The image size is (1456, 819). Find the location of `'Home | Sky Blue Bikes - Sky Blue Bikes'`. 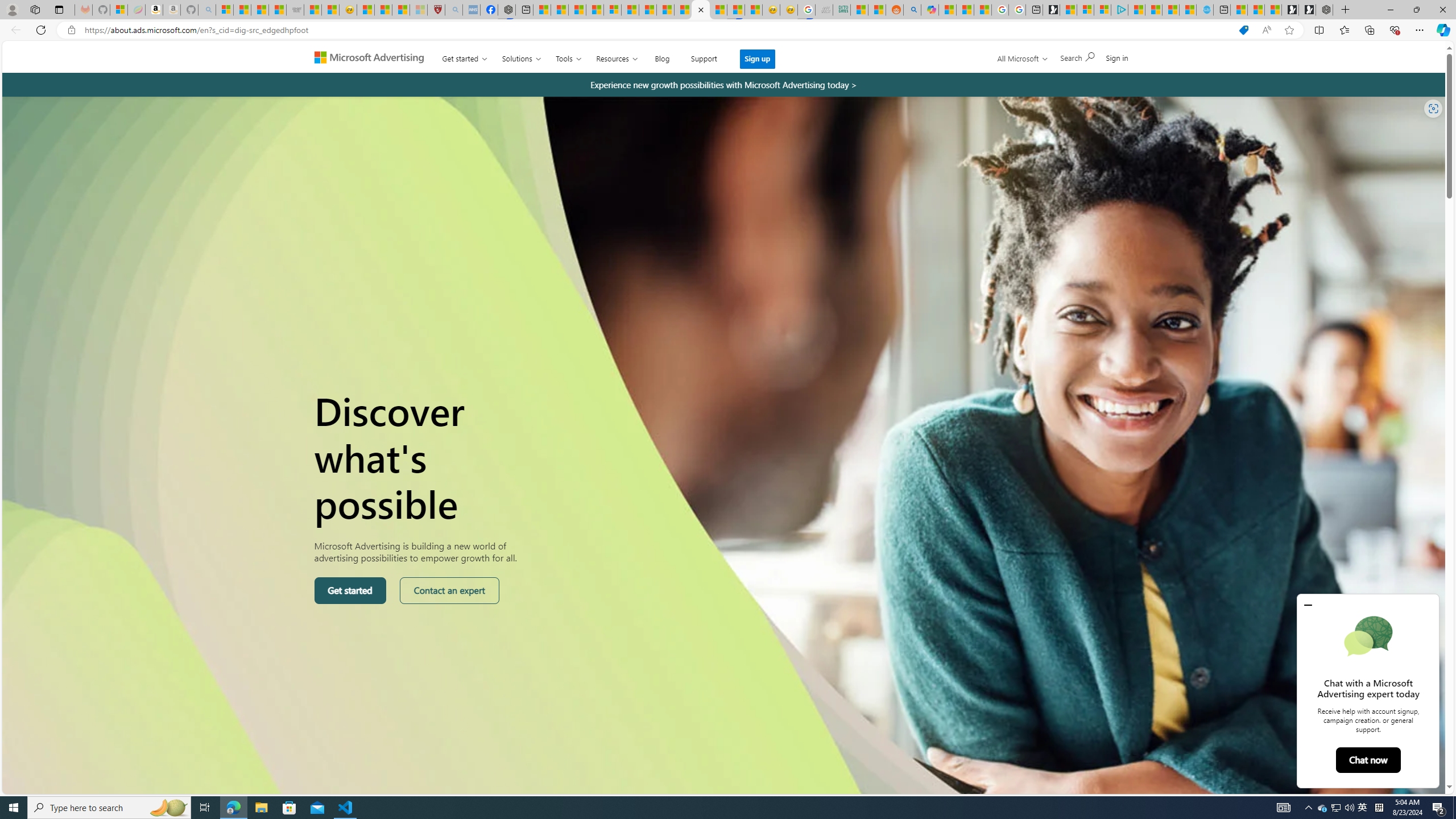

'Home | Sky Blue Bikes - Sky Blue Bikes' is located at coordinates (1204, 9).